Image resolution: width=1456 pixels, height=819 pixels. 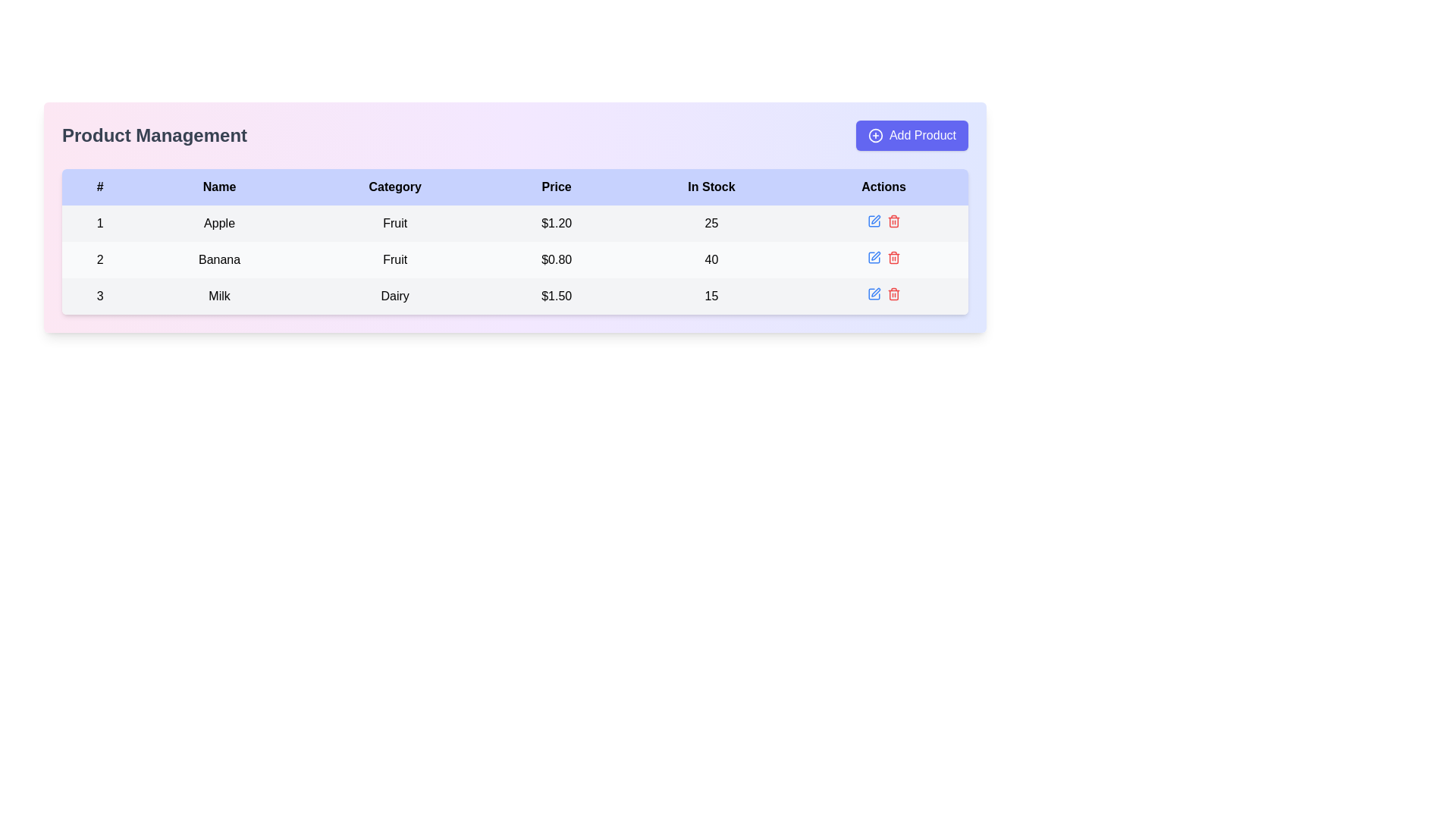 What do you see at coordinates (875, 134) in the screenshot?
I see `the circular icon with a plus sign inside, which is located on the left side of the 'Add Product' button at the top-right corner of the interface` at bounding box center [875, 134].